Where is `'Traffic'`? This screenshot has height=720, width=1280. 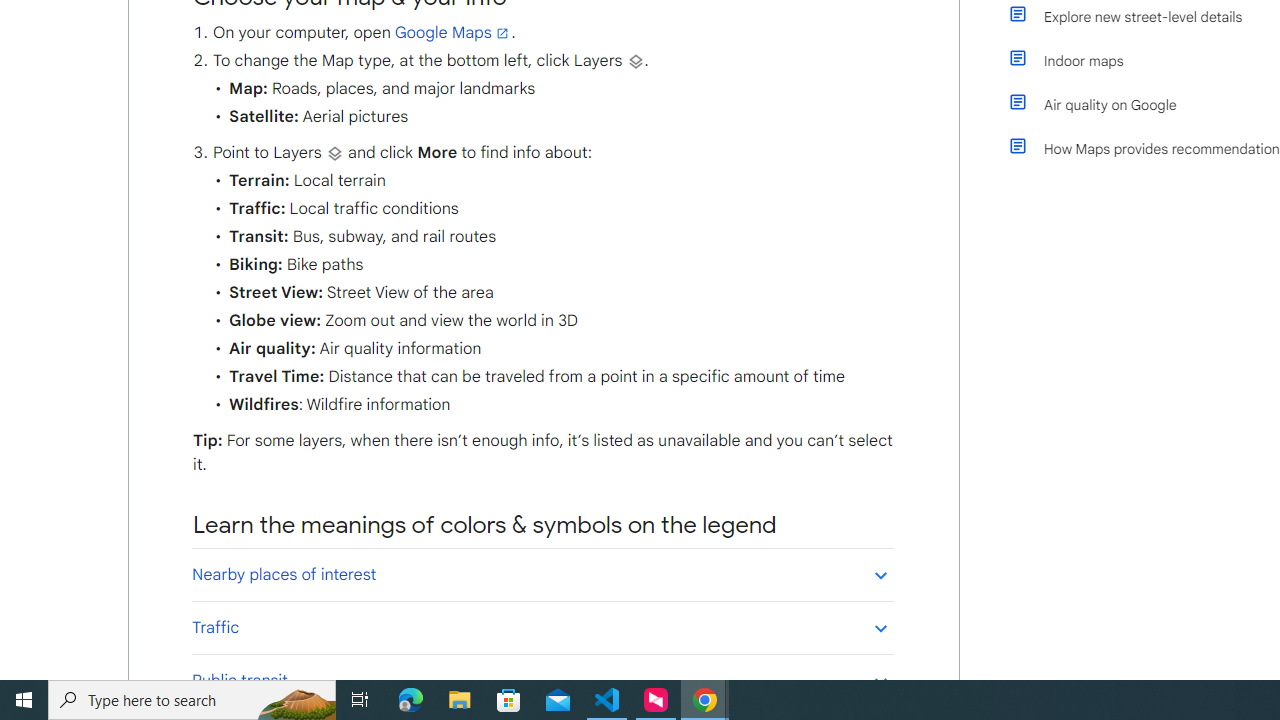
'Traffic' is located at coordinates (542, 626).